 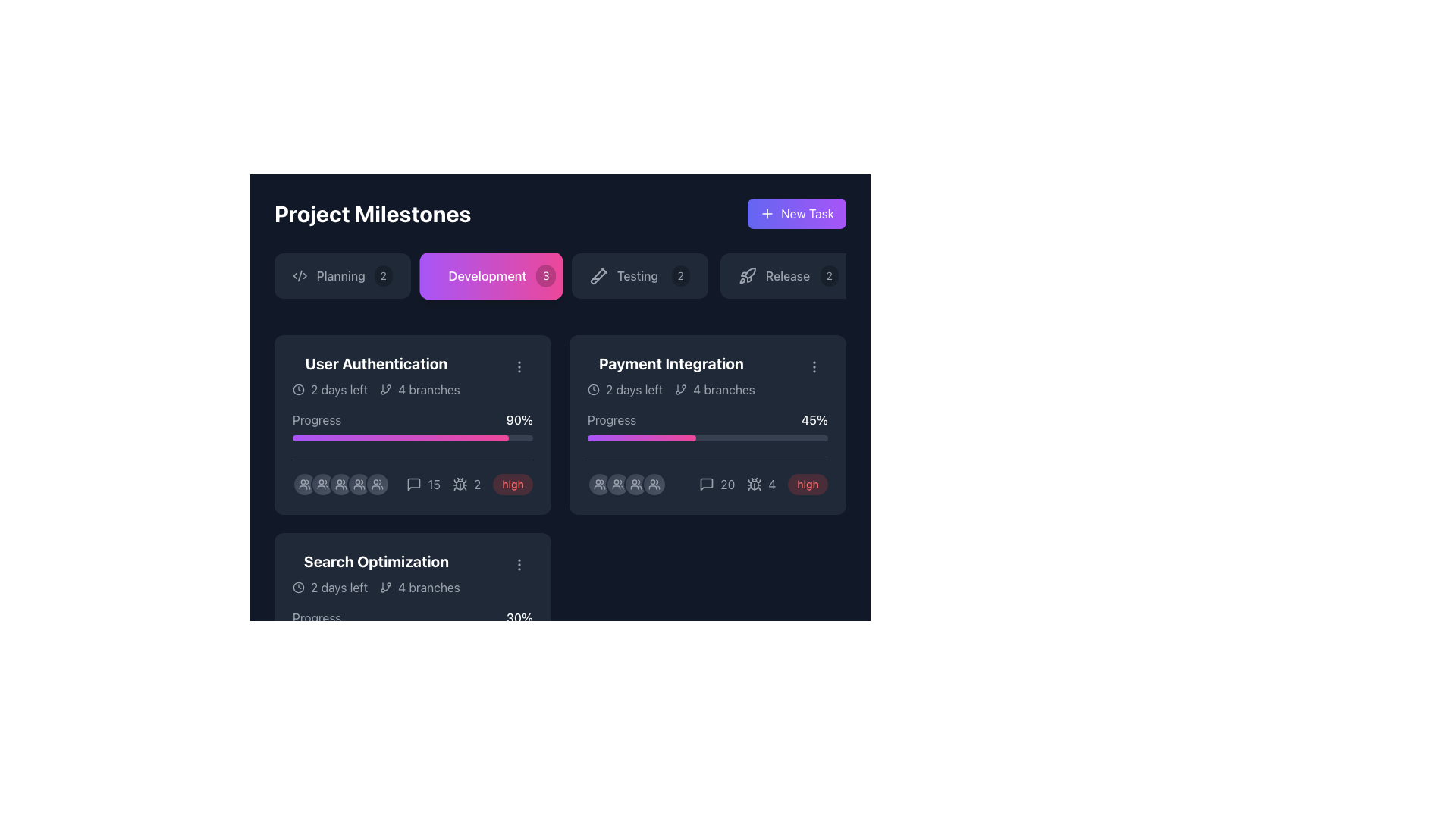 What do you see at coordinates (376, 561) in the screenshot?
I see `the card containing the 'Search Optimization' text label, which is prominently displayed in bold white font on a dark background, indicating its significance as a title within the 'Development' tab` at bounding box center [376, 561].